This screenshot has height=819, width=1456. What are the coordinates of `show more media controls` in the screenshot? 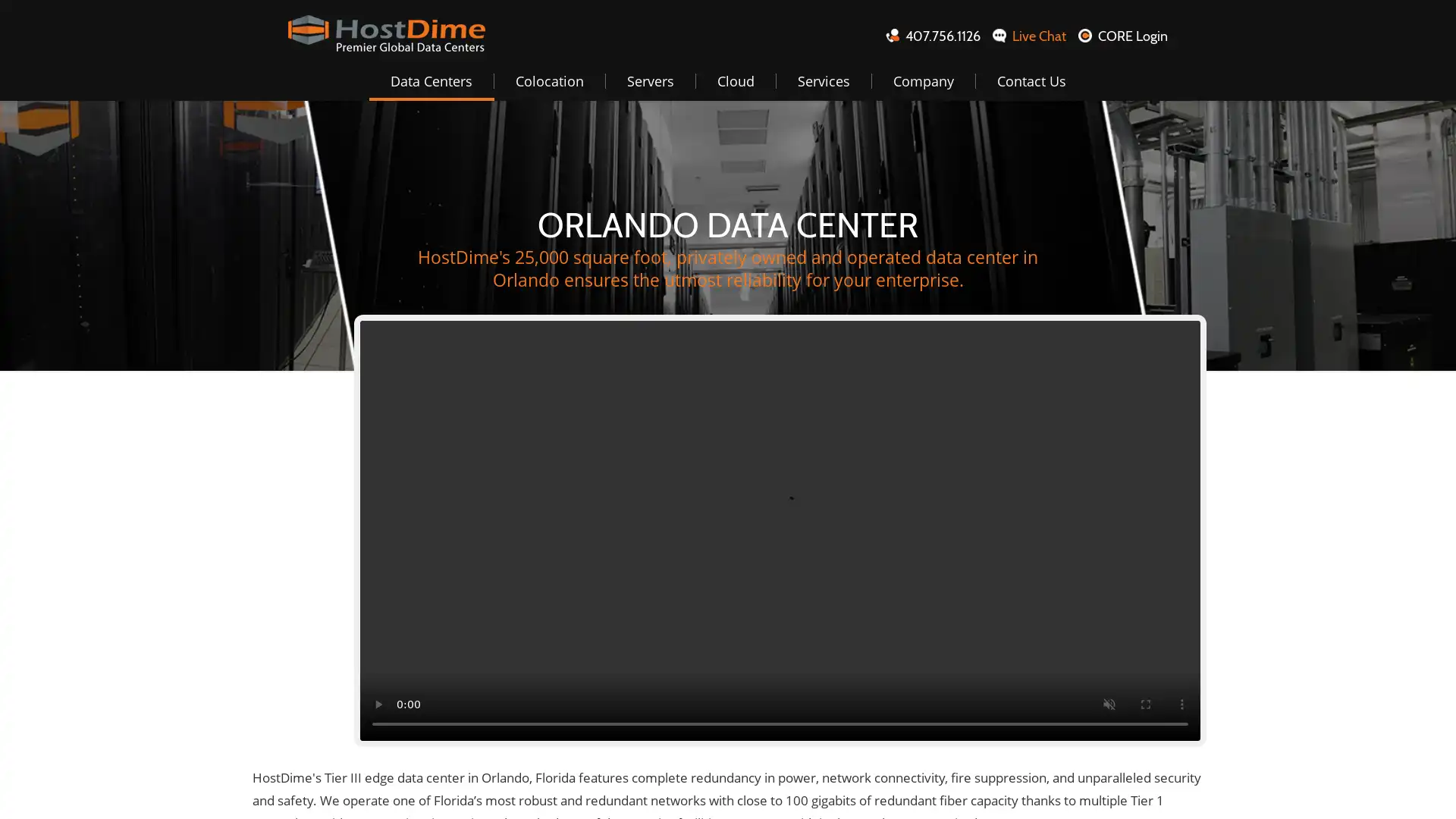 It's located at (1181, 704).